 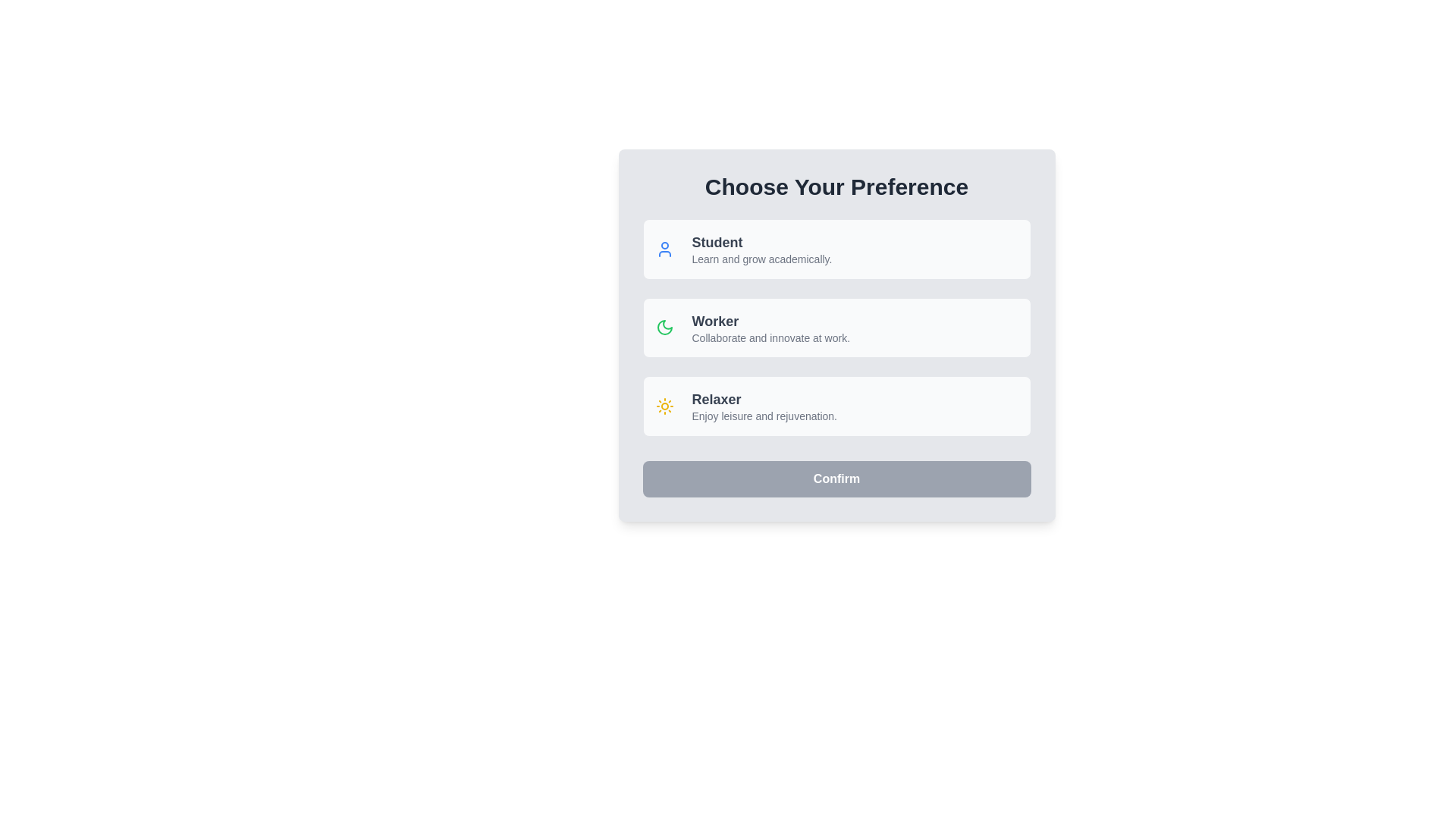 What do you see at coordinates (752, 327) in the screenshot?
I see `the 'Worker' label with accompanying icon and description text, which is part of the second option in the vertical list under 'Choose Your Preference'` at bounding box center [752, 327].